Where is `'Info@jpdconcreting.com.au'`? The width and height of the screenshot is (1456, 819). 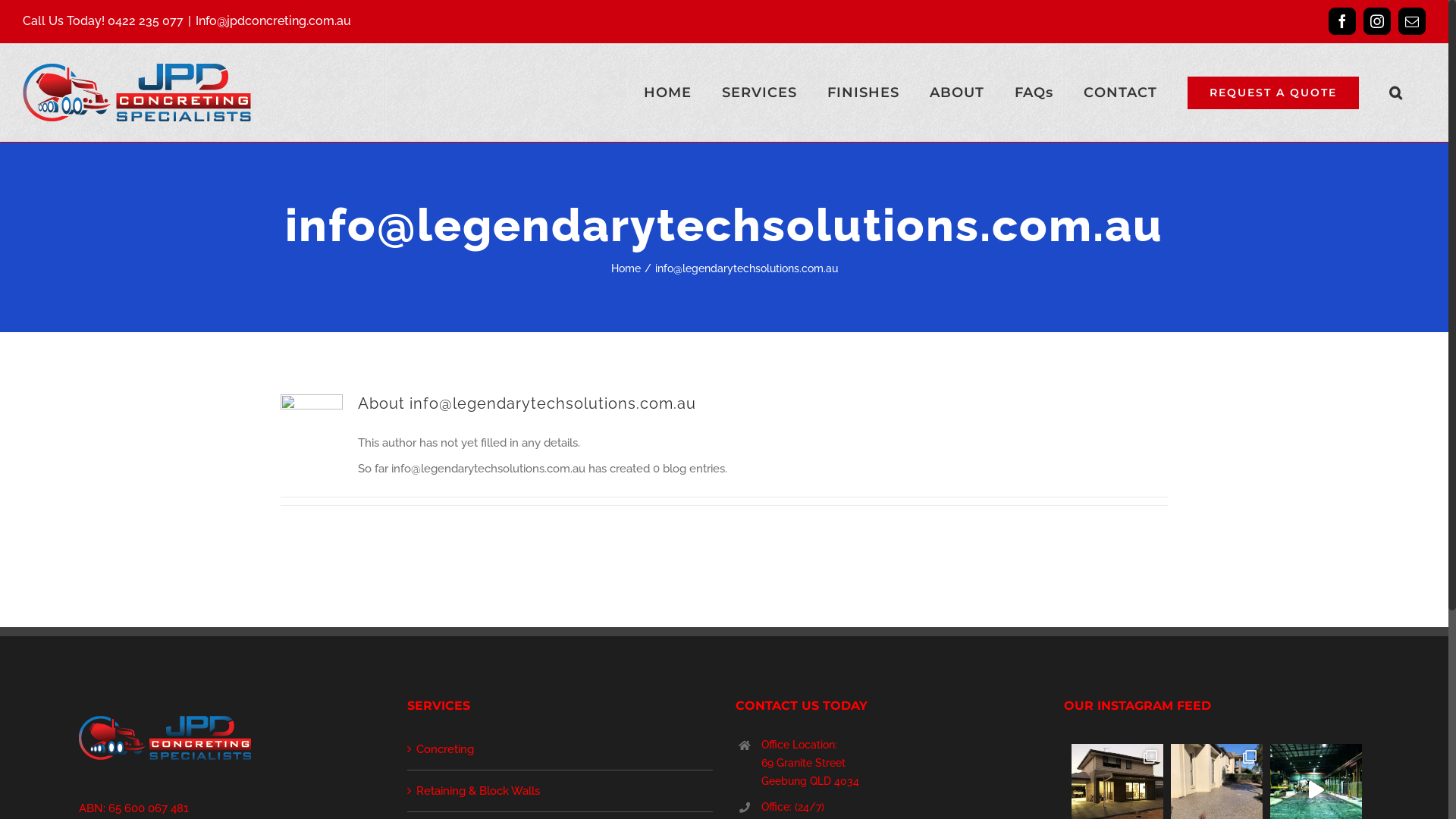 'Info@jpdconcreting.com.au' is located at coordinates (195, 20).